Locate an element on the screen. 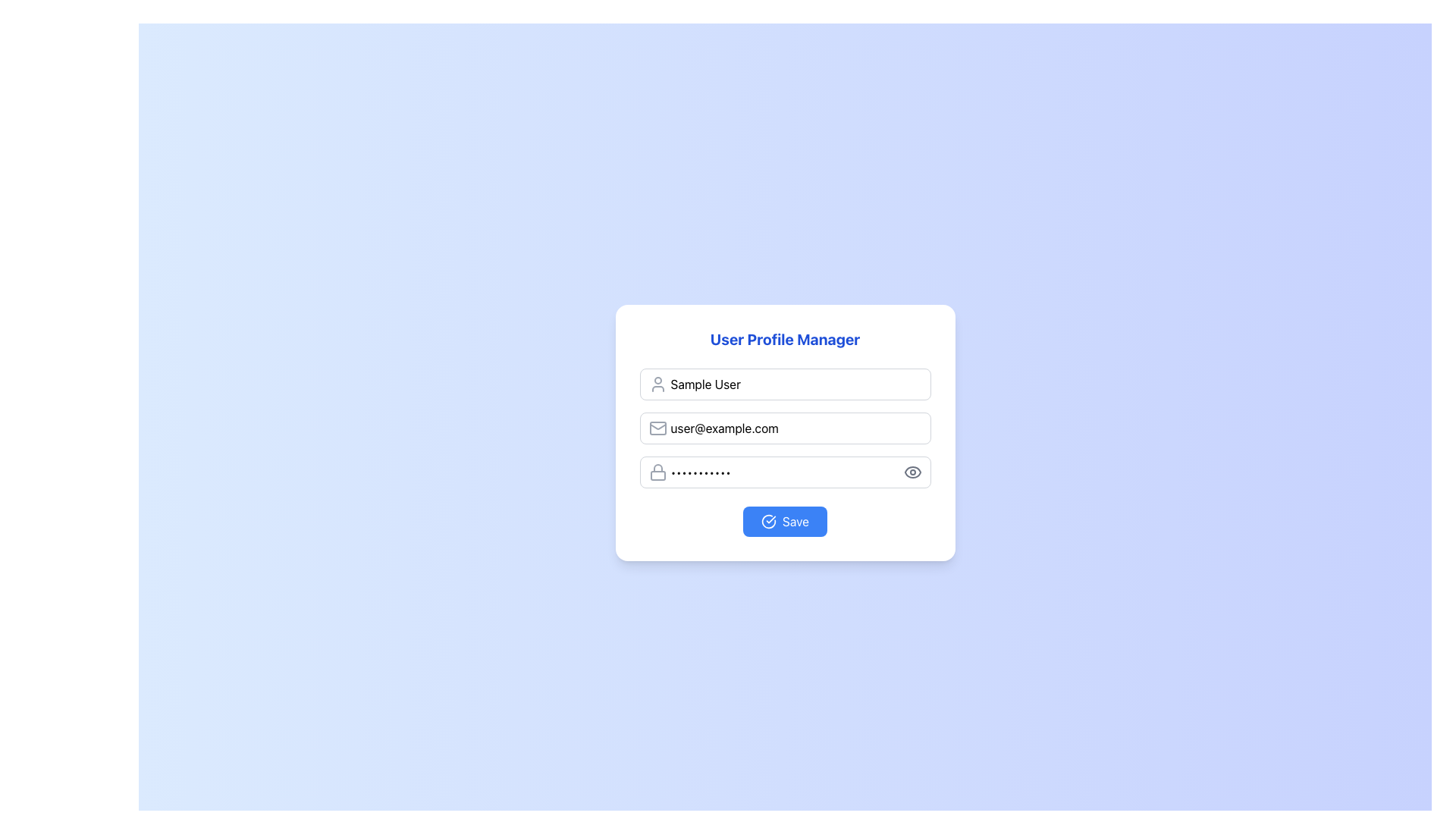 The width and height of the screenshot is (1456, 819). within each input field of the user profile management card is located at coordinates (785, 432).